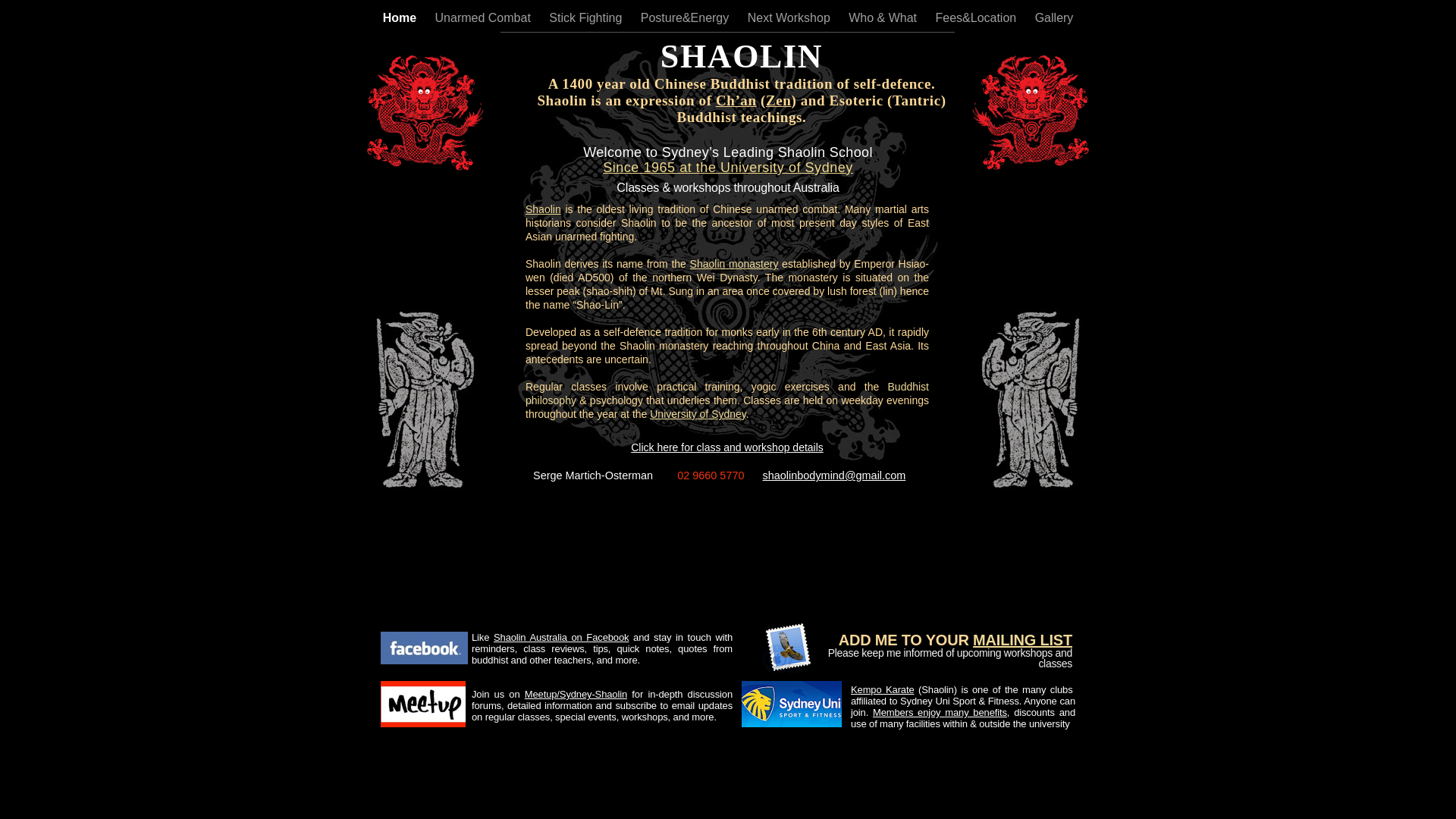 This screenshot has height=819, width=1456. Describe the element at coordinates (560, 637) in the screenshot. I see `'Shaolin Australia on Facebook'` at that location.